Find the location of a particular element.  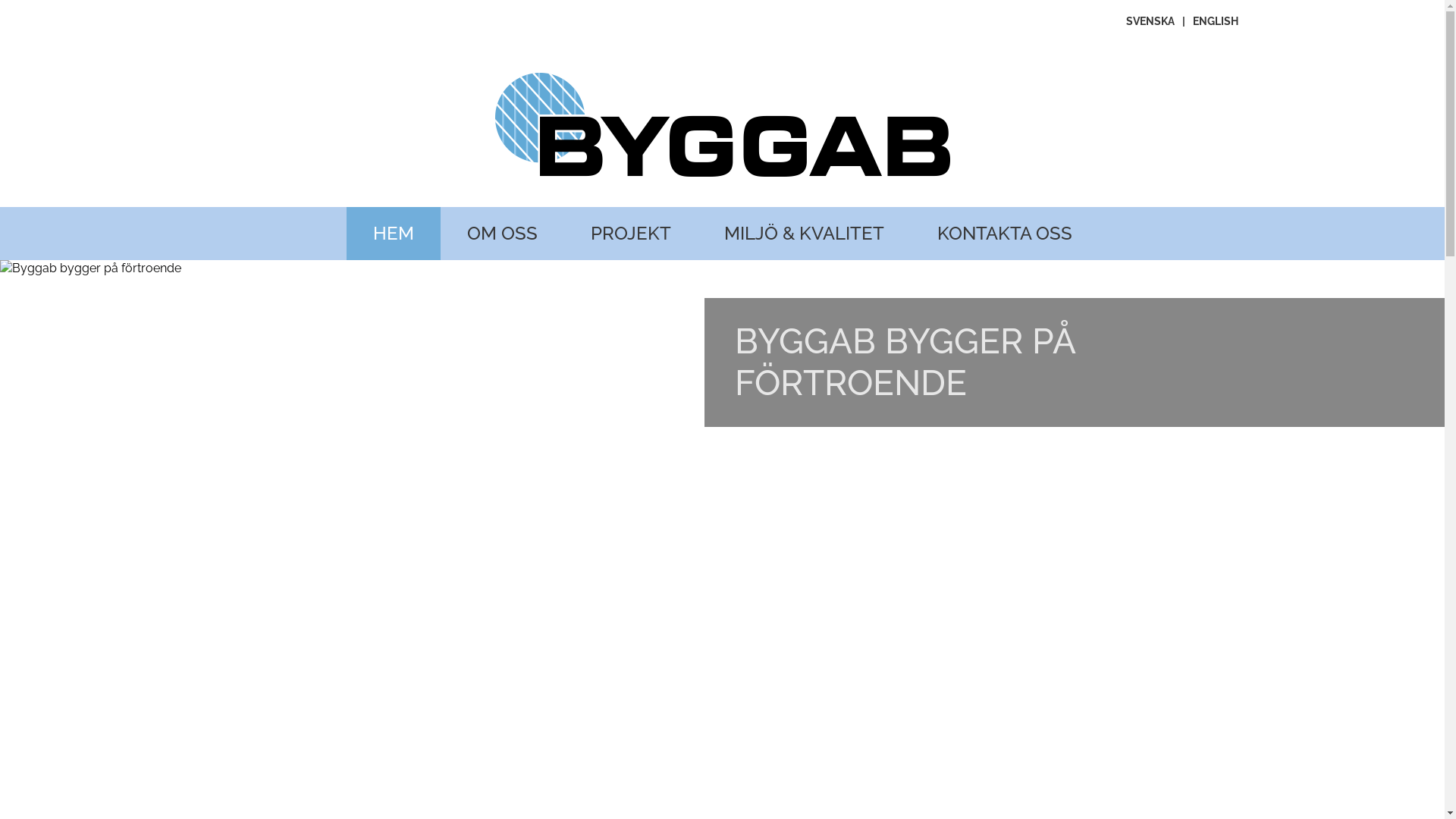

'SVENSKA' is located at coordinates (1150, 20).